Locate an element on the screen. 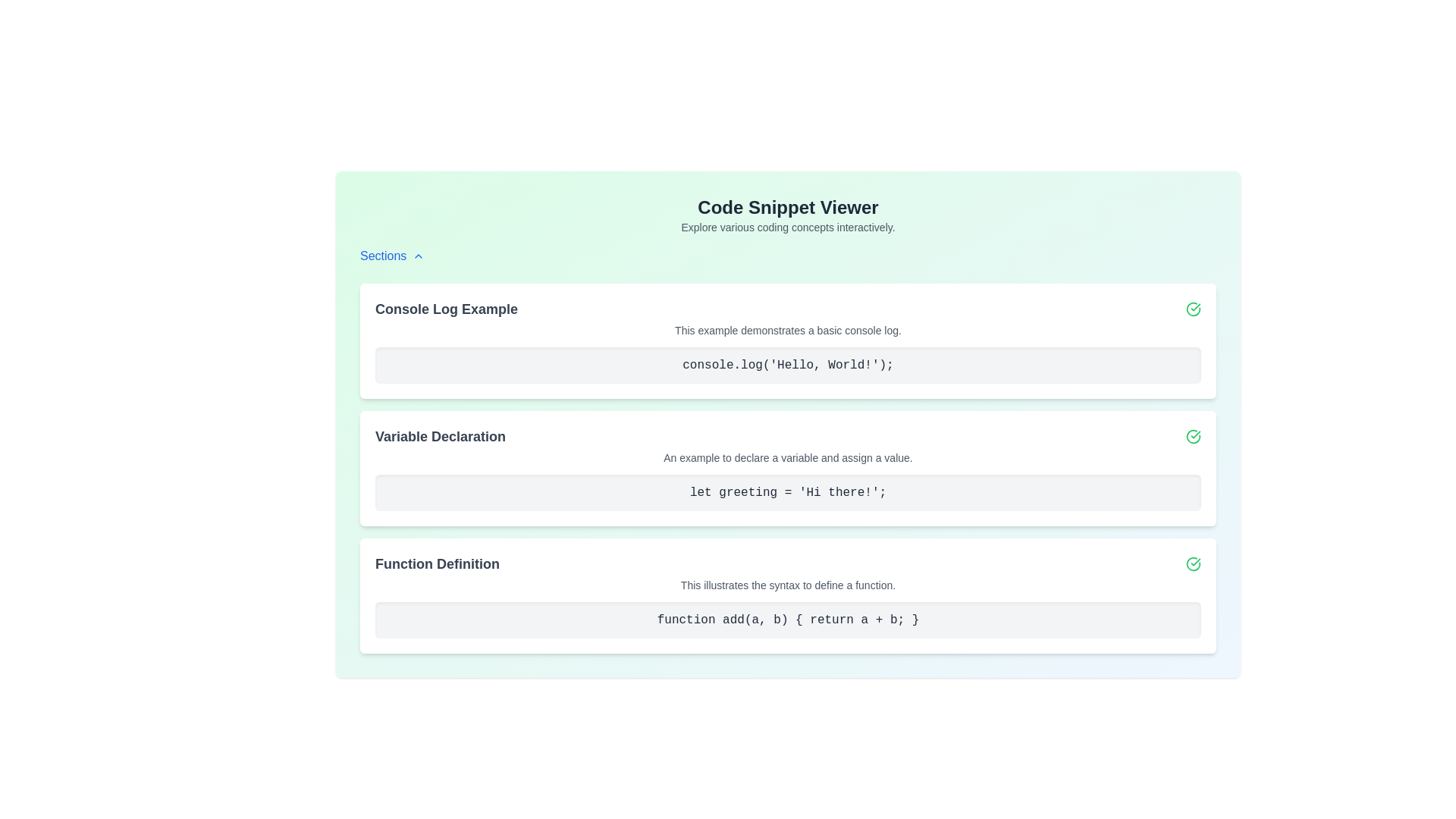 Image resolution: width=1456 pixels, height=819 pixels. the Text Label that serves as a section header for 'Variable Declaration', located in the middle-left section below 'Console Log Example' and above 'Function Definition' is located at coordinates (439, 436).